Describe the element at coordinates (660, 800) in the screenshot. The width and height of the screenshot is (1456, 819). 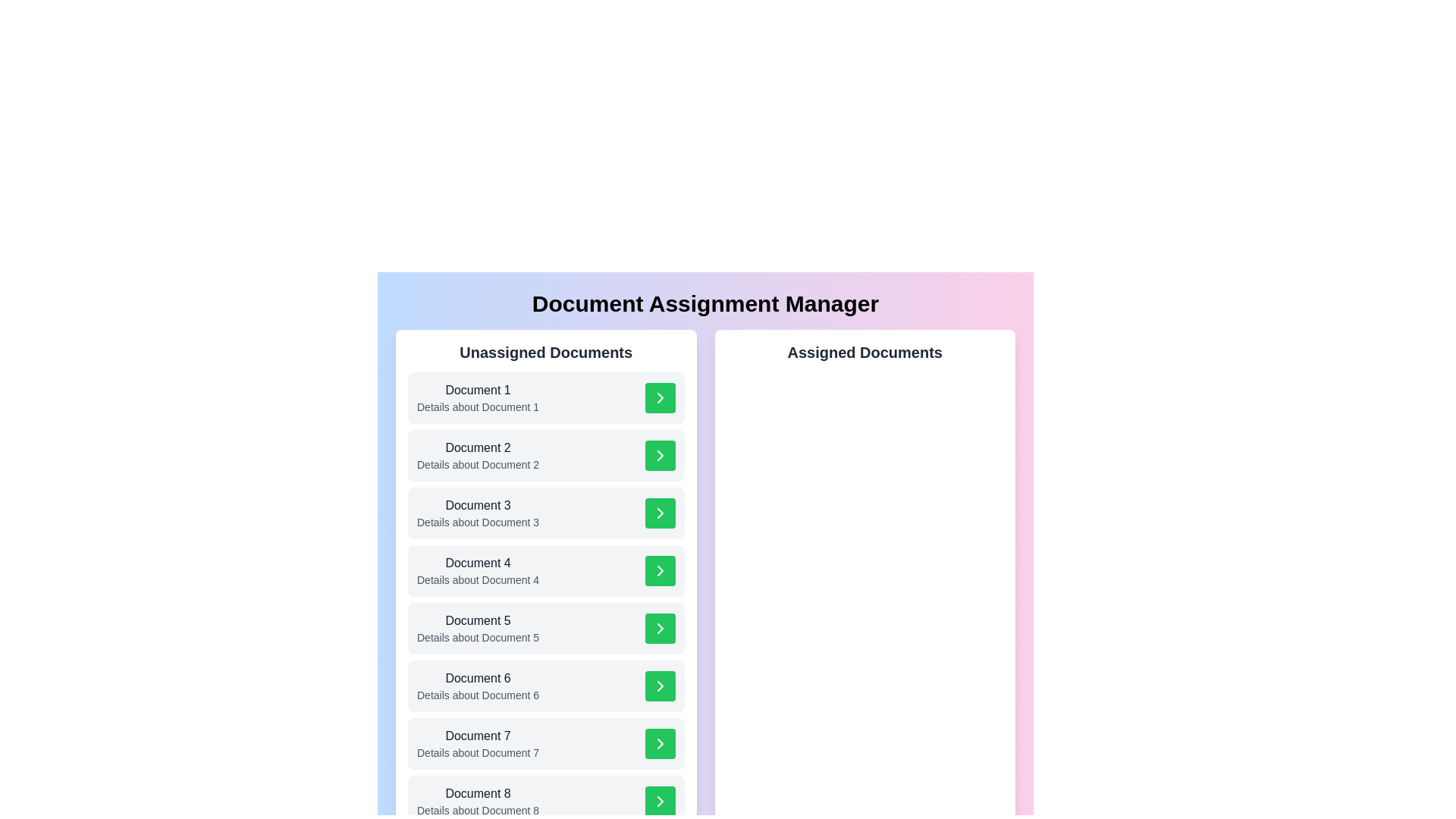
I see `the right-pointing chevron icon within the green button located to the far right of the card labeled 'Document 8' in the 'Unassigned Documents' section` at that location.